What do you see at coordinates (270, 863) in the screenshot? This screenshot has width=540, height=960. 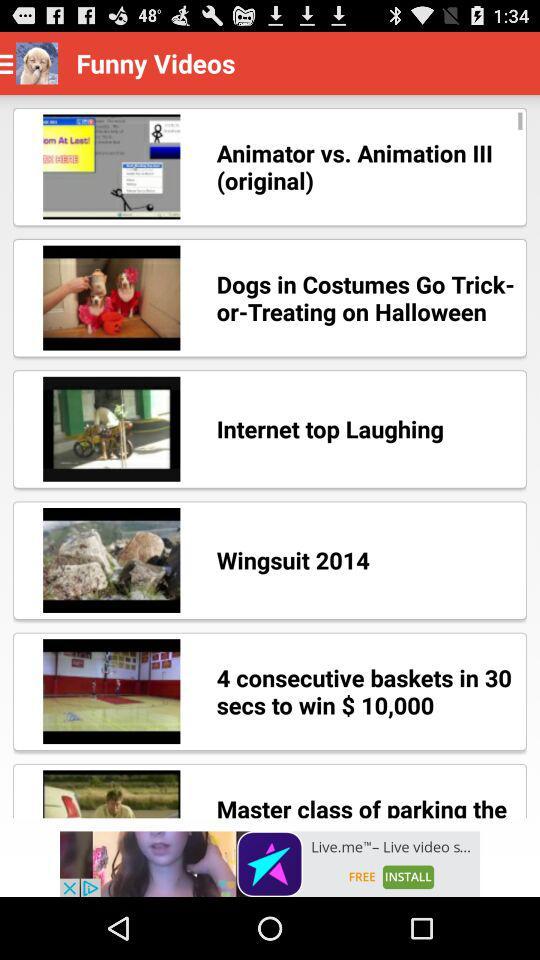 I see `opens the advertisement` at bounding box center [270, 863].